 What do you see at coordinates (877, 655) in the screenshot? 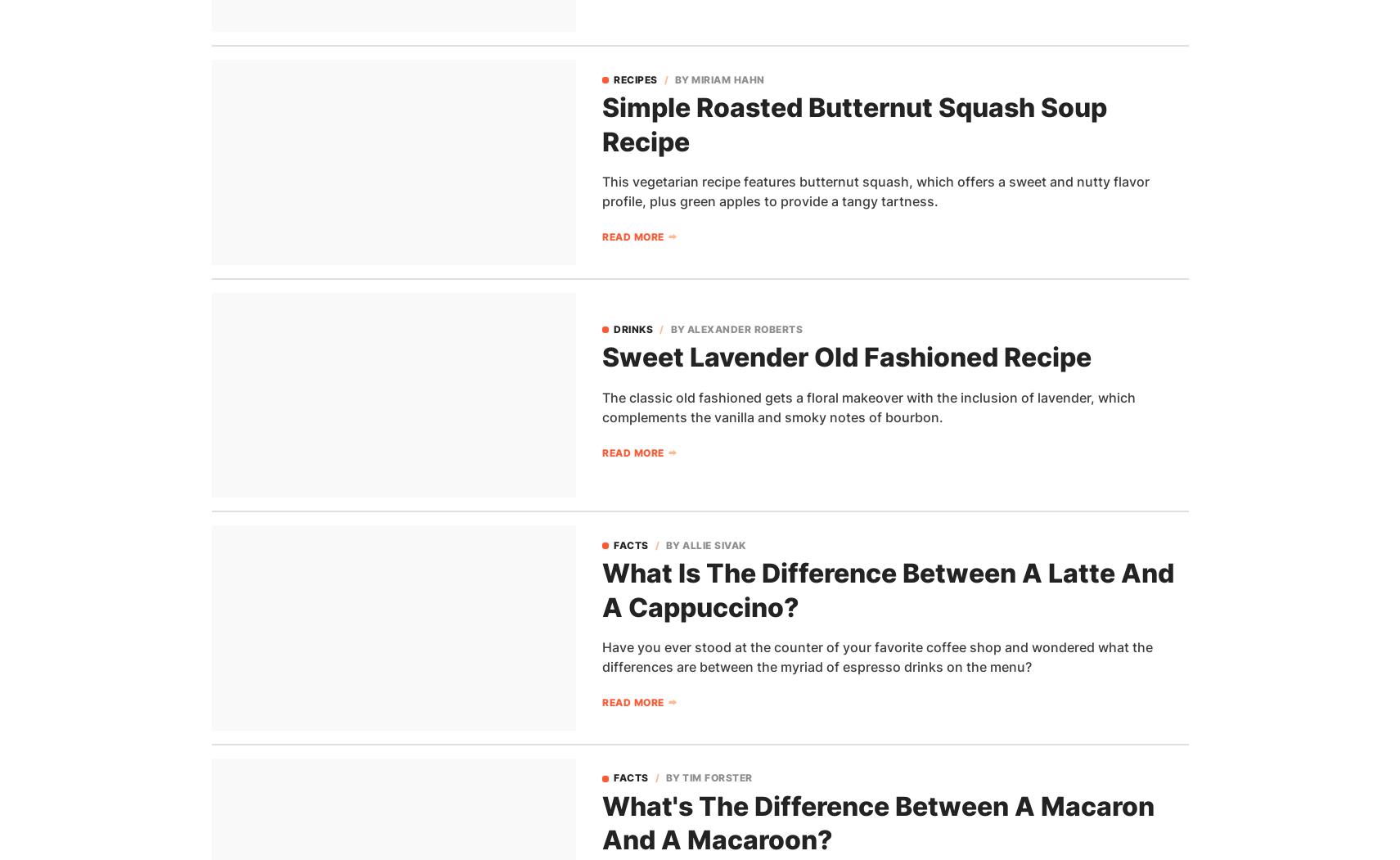
I see `'Have you ever stood at the counter of your favorite coffee shop and wondered what the differences are between the myriad of espresso drinks on the menu?'` at bounding box center [877, 655].